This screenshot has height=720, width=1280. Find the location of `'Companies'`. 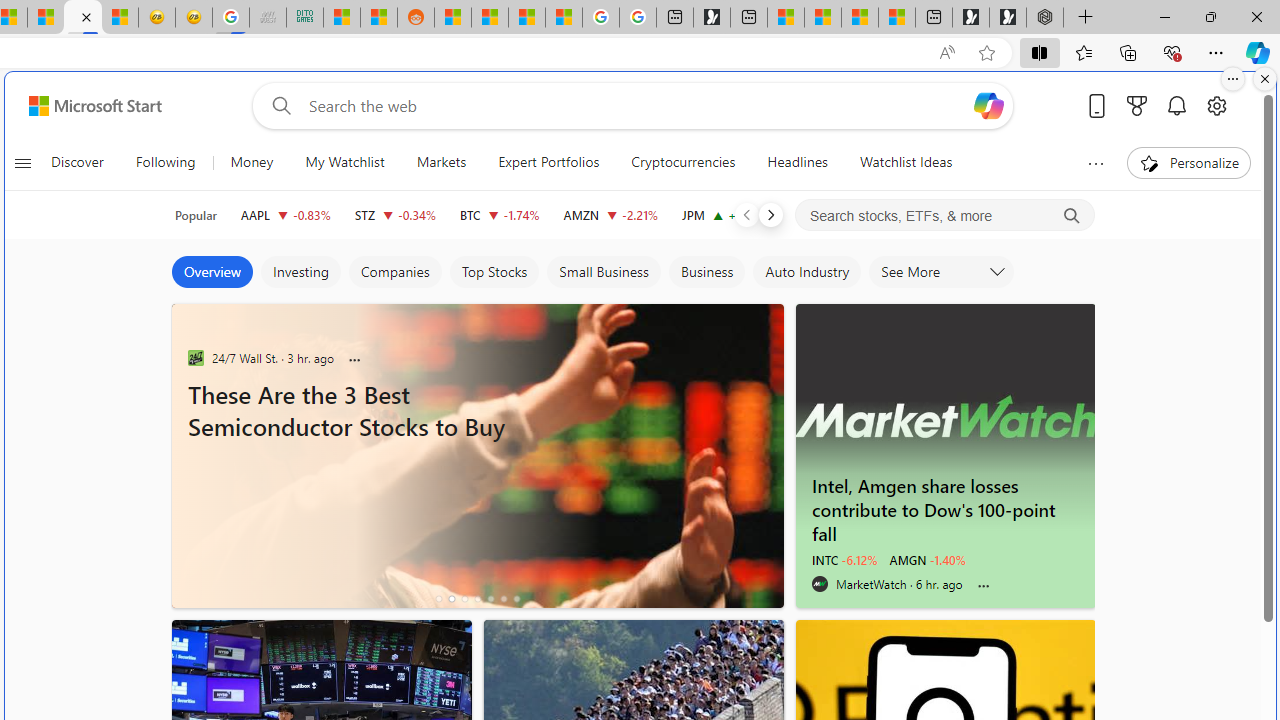

'Companies' is located at coordinates (394, 272).